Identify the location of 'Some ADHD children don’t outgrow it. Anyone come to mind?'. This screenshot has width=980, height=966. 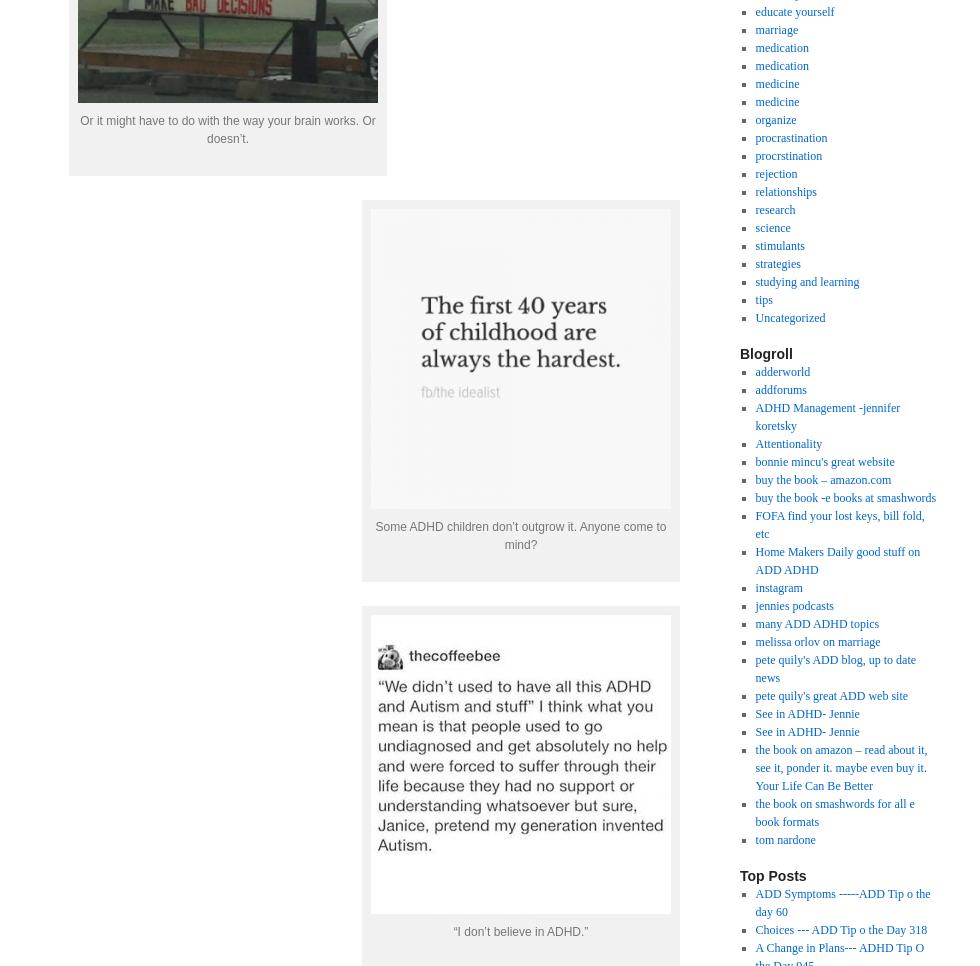
(520, 534).